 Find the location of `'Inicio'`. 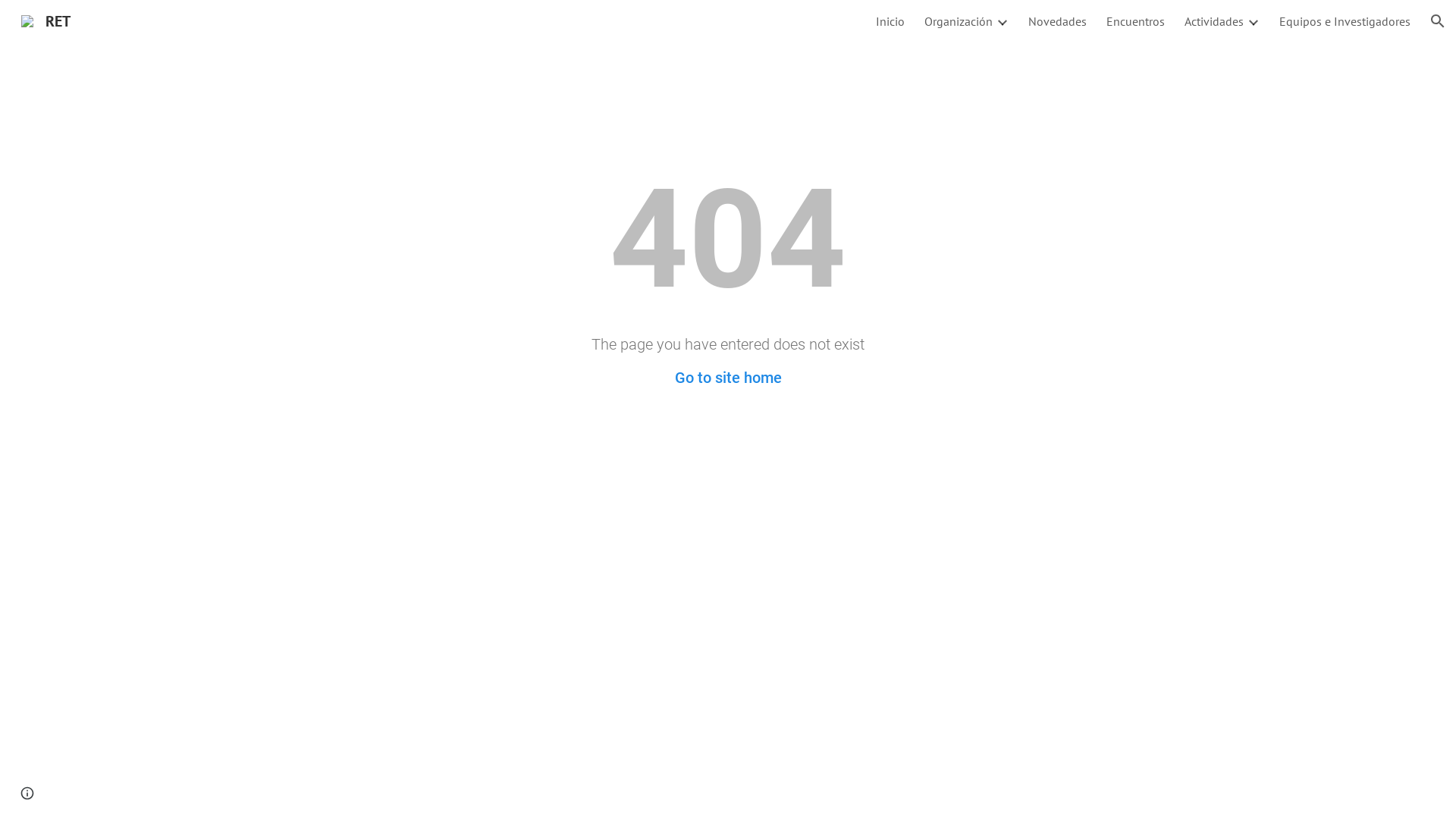

'Inicio' is located at coordinates (890, 20).